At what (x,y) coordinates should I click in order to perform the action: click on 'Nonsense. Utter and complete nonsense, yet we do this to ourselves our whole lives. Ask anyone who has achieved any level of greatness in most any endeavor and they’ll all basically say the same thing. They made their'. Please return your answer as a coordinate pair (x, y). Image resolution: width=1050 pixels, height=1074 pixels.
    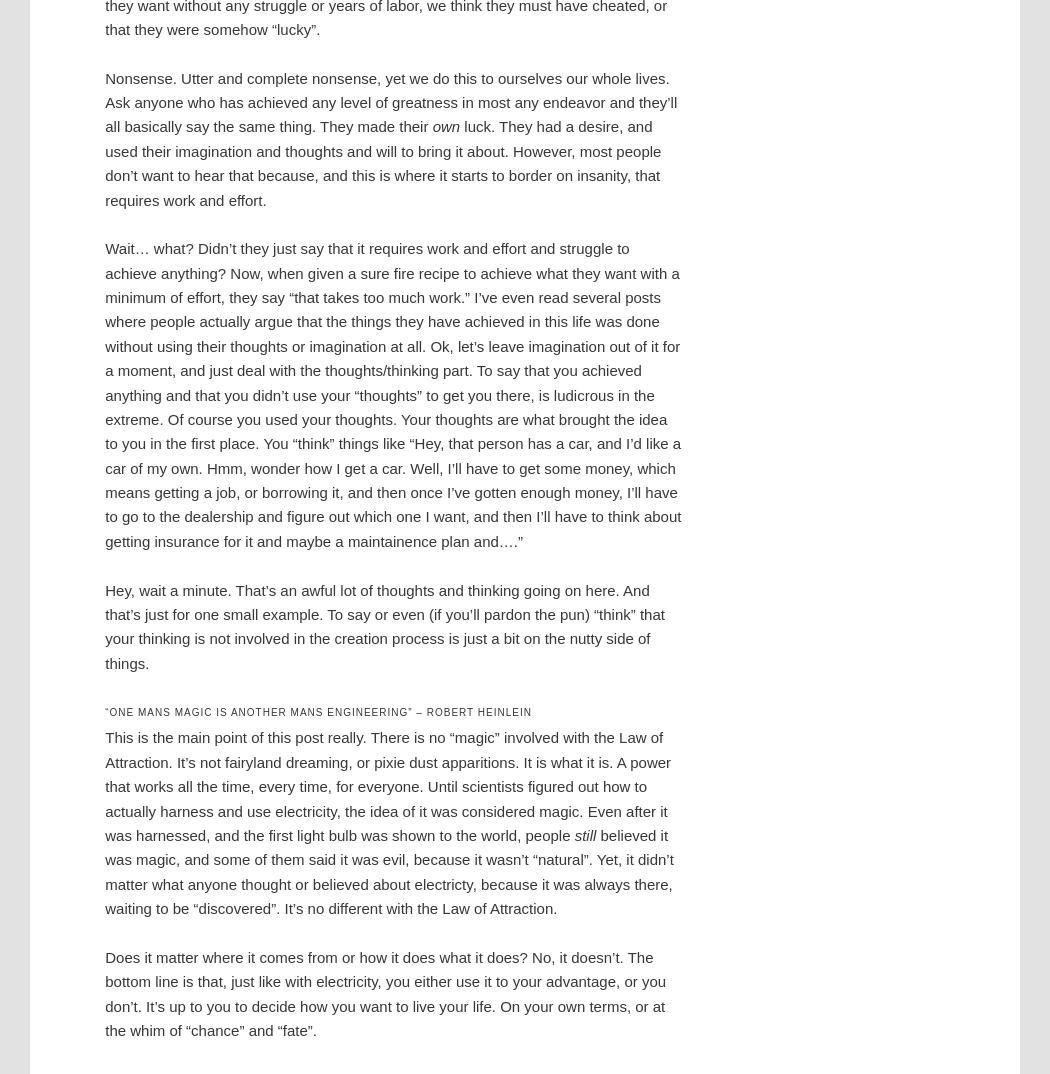
    Looking at the image, I should click on (391, 102).